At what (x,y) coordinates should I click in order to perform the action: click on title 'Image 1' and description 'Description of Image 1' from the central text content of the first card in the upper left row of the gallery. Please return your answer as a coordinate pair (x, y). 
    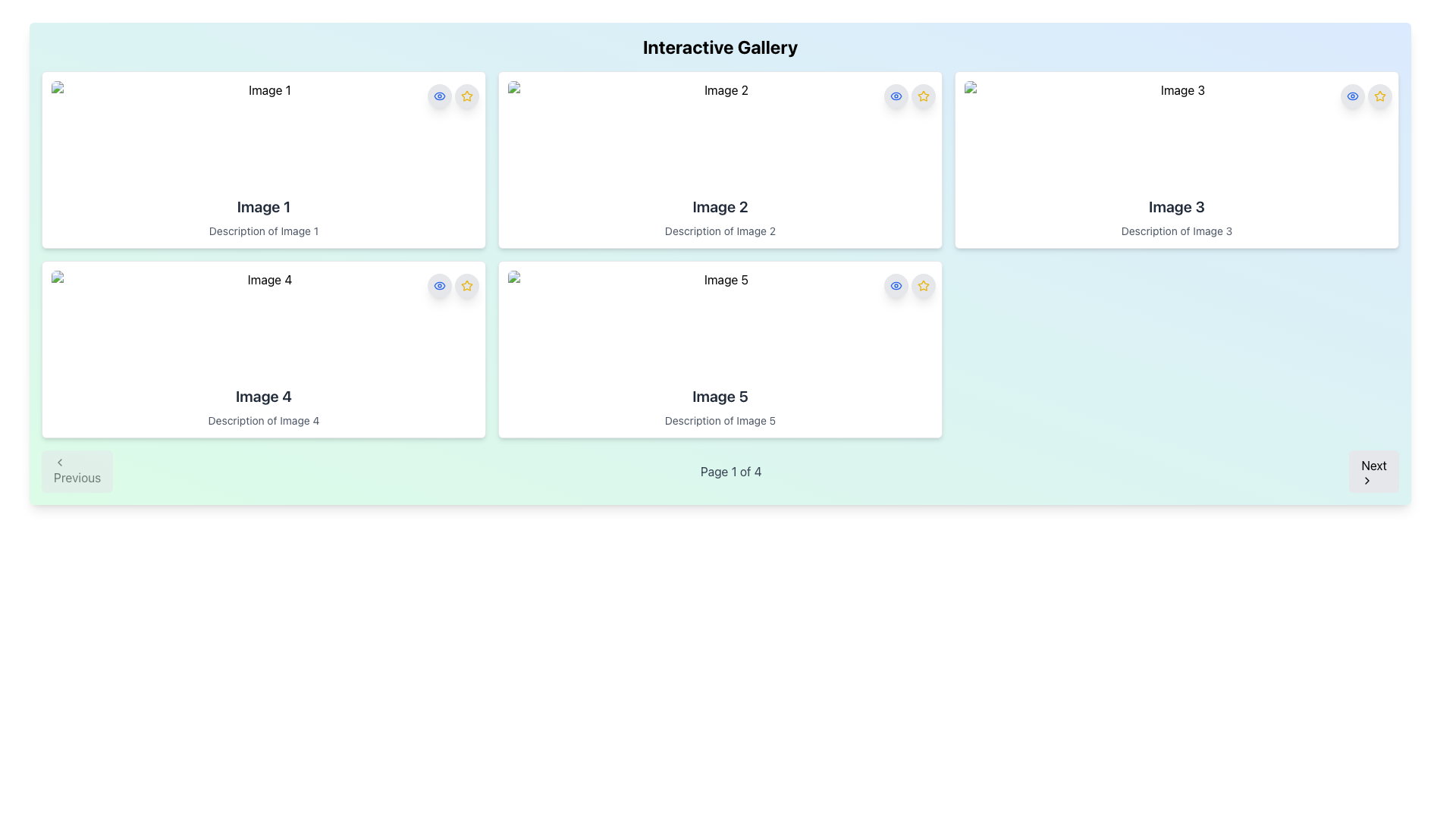
    Looking at the image, I should click on (263, 217).